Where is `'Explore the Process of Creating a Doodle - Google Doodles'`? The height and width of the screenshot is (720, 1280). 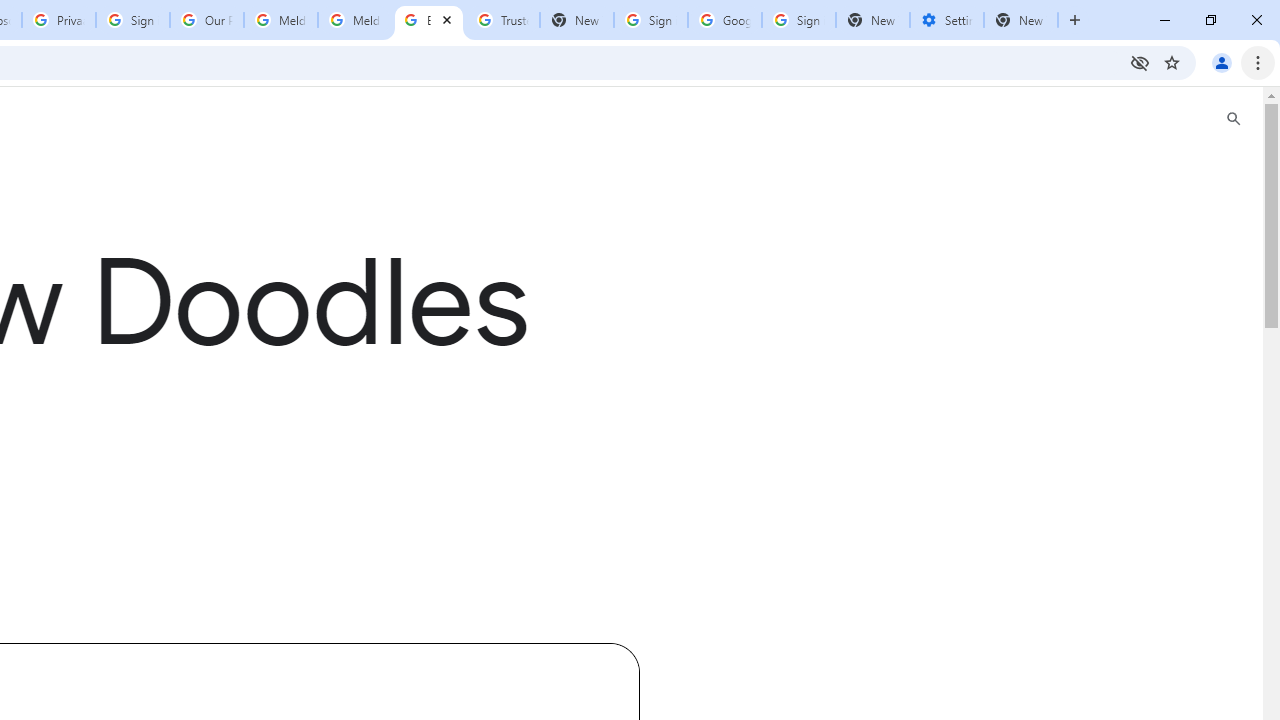 'Explore the Process of Creating a Doodle - Google Doodles' is located at coordinates (427, 20).